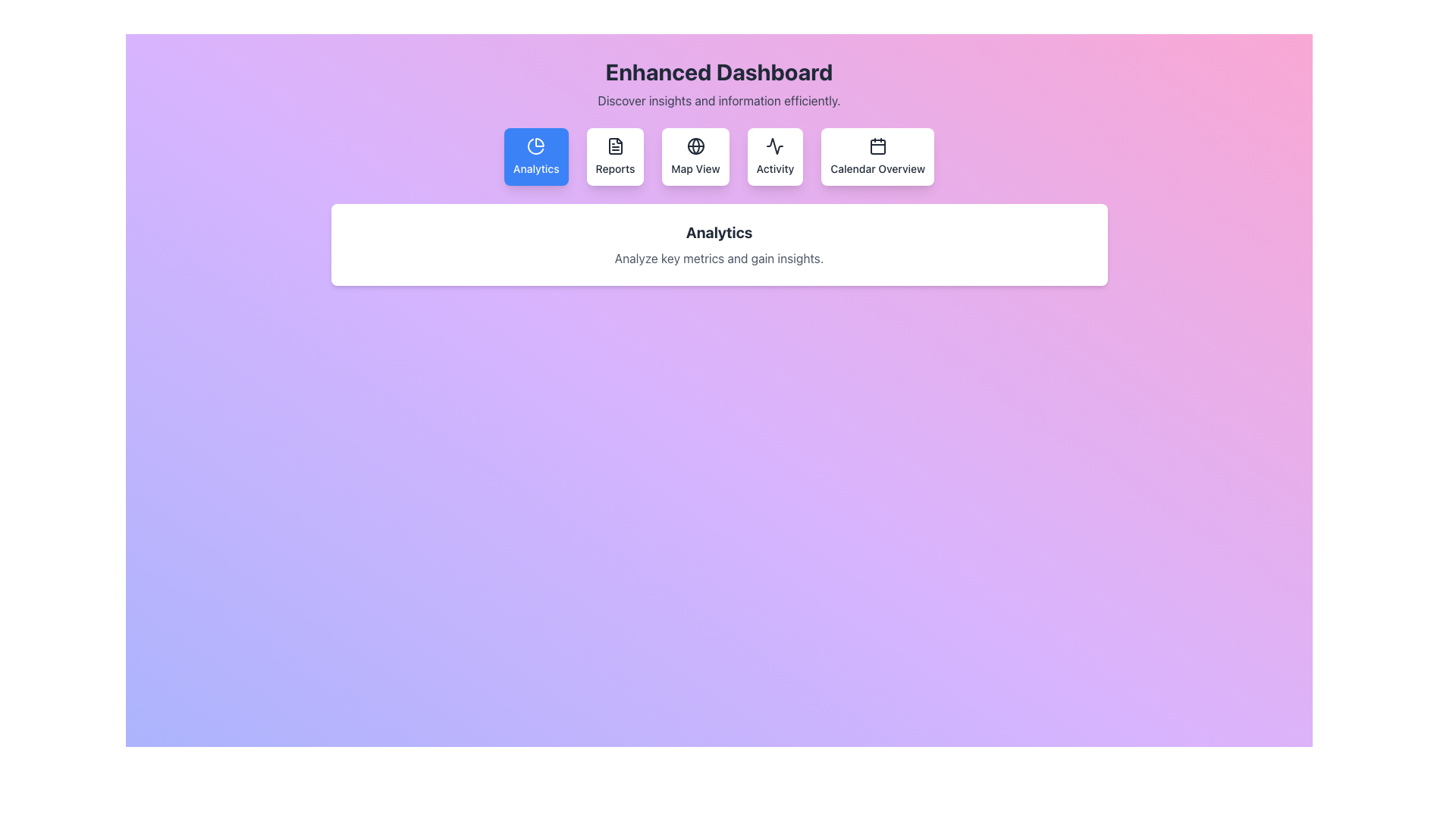 The width and height of the screenshot is (1456, 819). Describe the element at coordinates (536, 146) in the screenshot. I see `the Analytics icon located inside the first blue button under the 'Enhanced Dashboard' label` at that location.